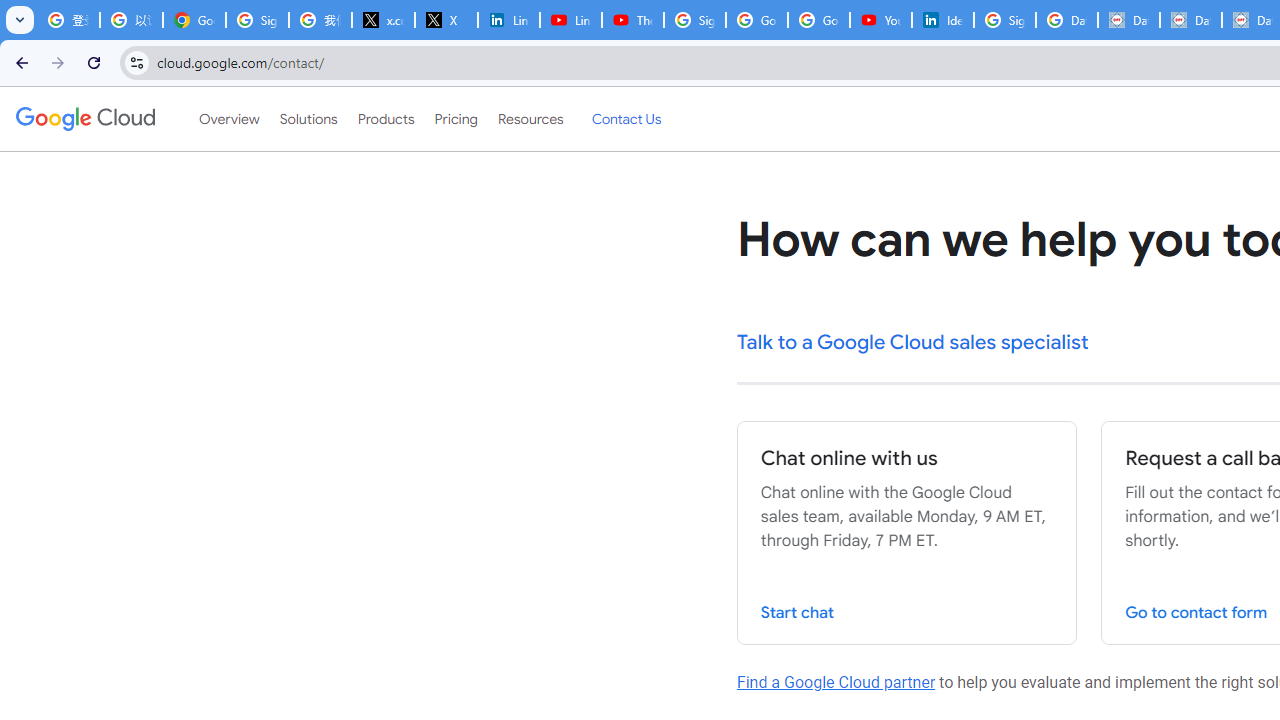 The height and width of the screenshot is (720, 1280). What do you see at coordinates (454, 119) in the screenshot?
I see `'Pricing'` at bounding box center [454, 119].